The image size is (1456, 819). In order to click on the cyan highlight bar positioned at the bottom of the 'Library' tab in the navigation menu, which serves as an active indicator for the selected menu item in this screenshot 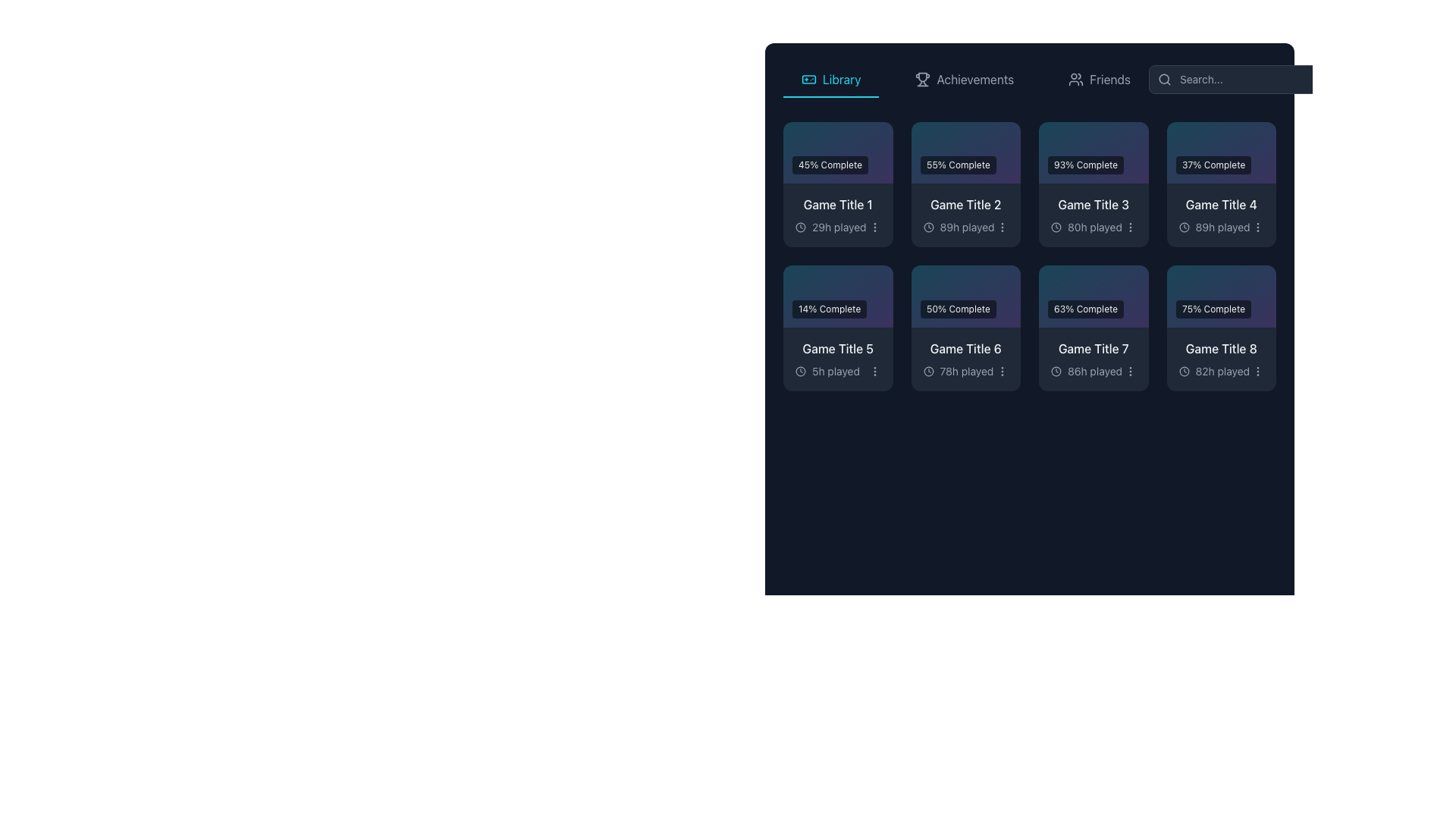, I will do `click(830, 96)`.